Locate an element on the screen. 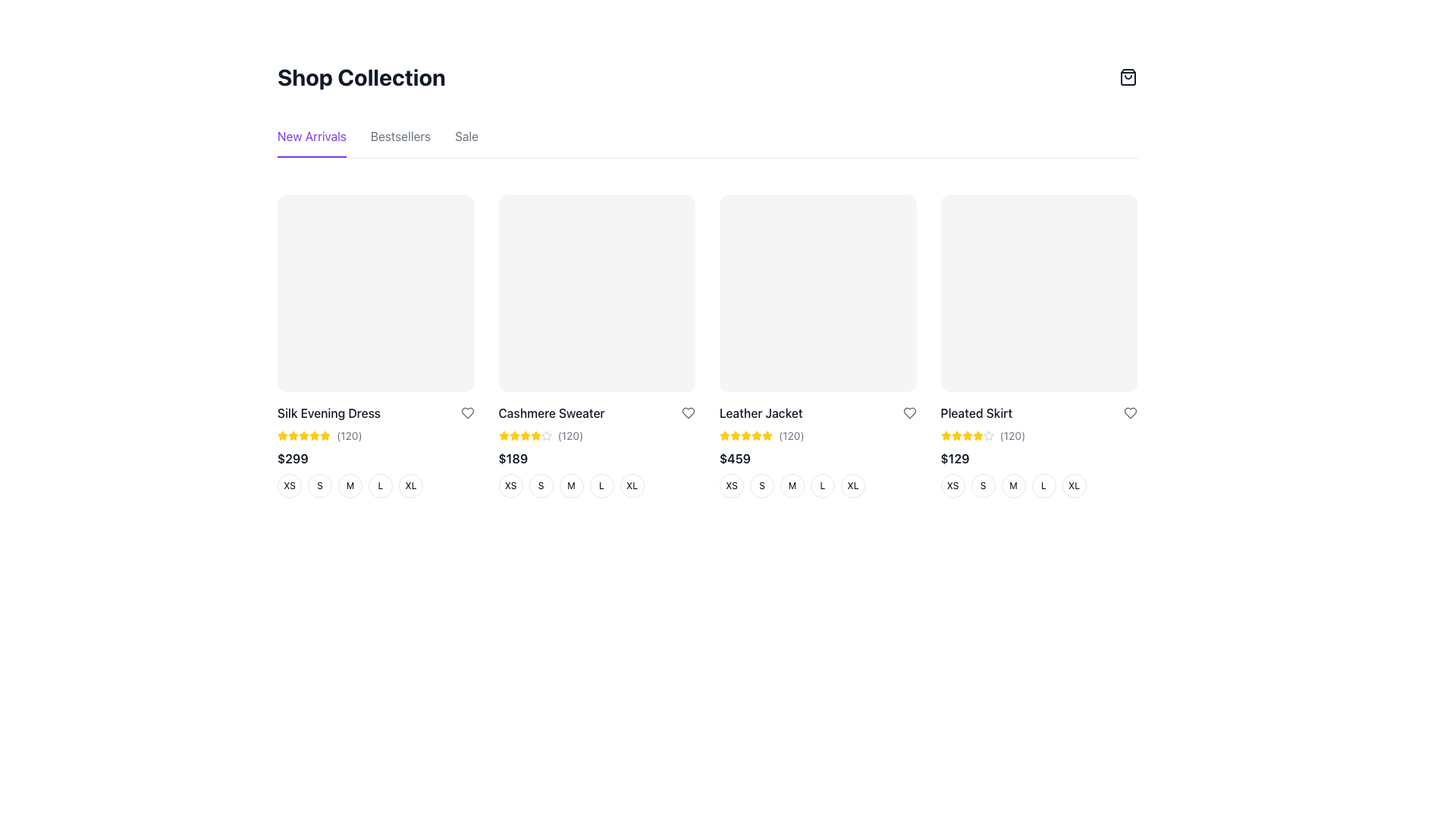 The height and width of the screenshot is (819, 1456). the size option button 'M' for the Pleated Skirt is located at coordinates (1013, 485).